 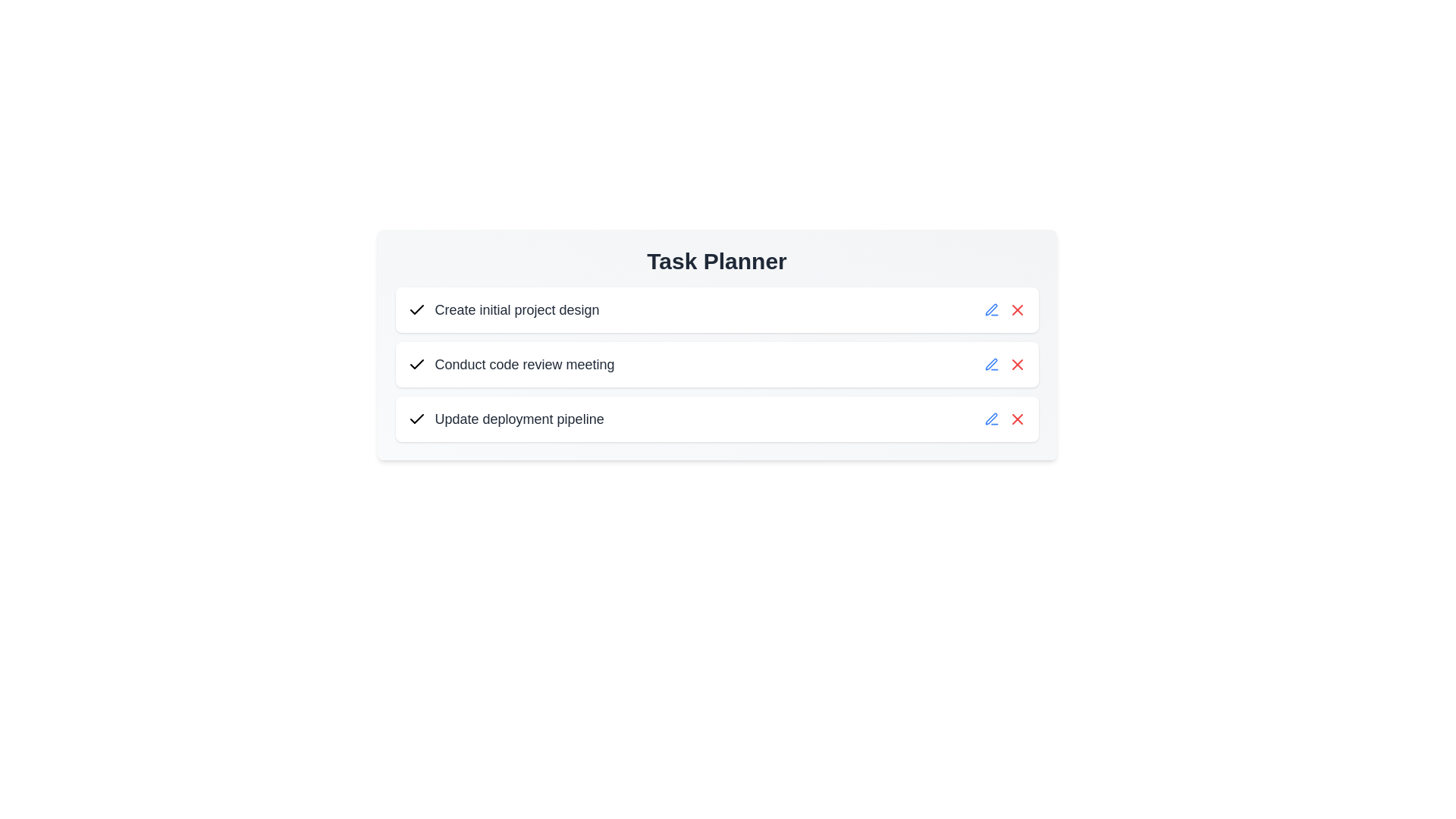 I want to click on the dynamic checkbox icon, so click(x=416, y=309).